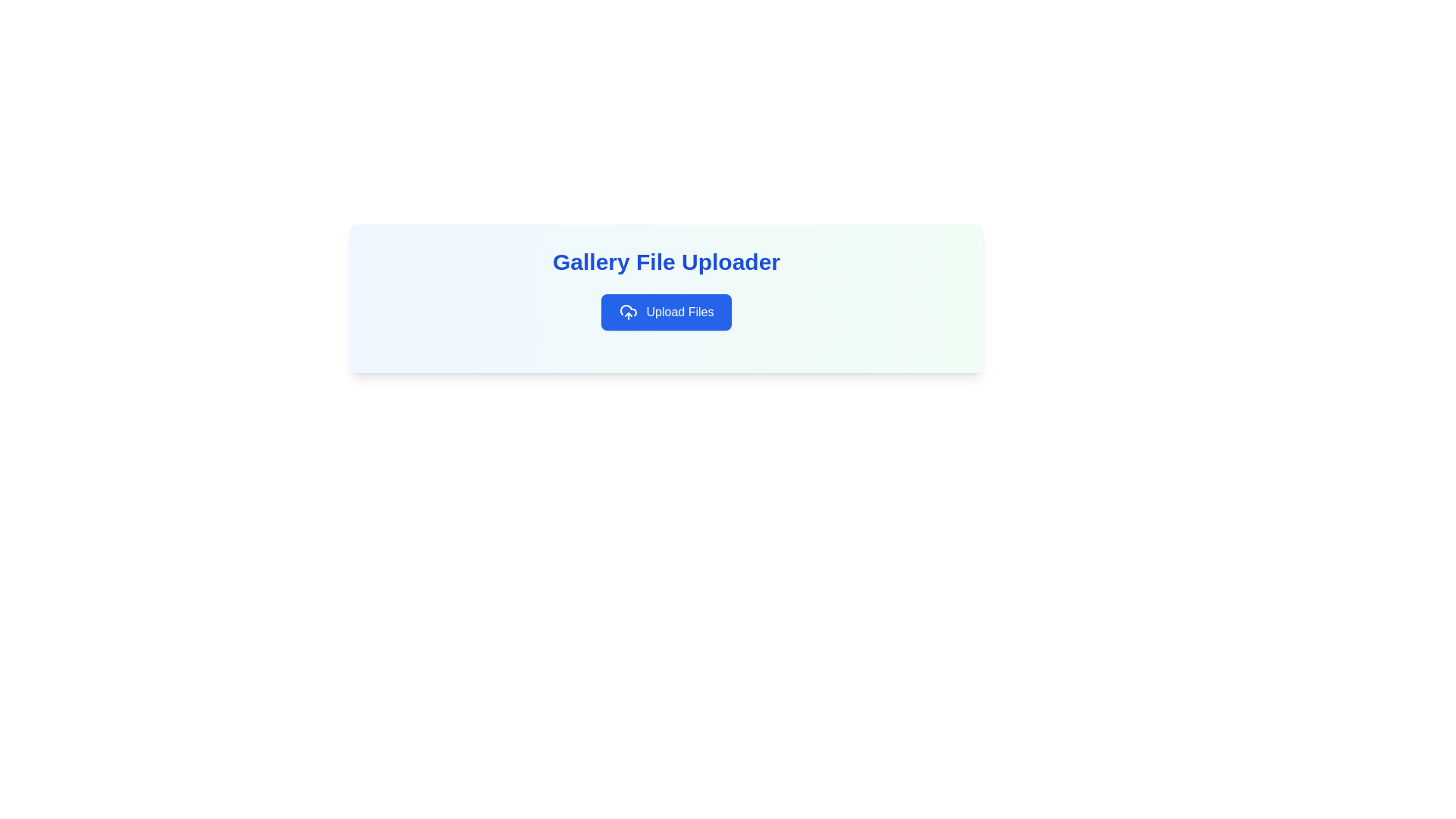 This screenshot has width=1456, height=819. I want to click on the 'Upload Files' button located below the 'Gallery File Uploader' title to observe hover effects, so click(666, 312).